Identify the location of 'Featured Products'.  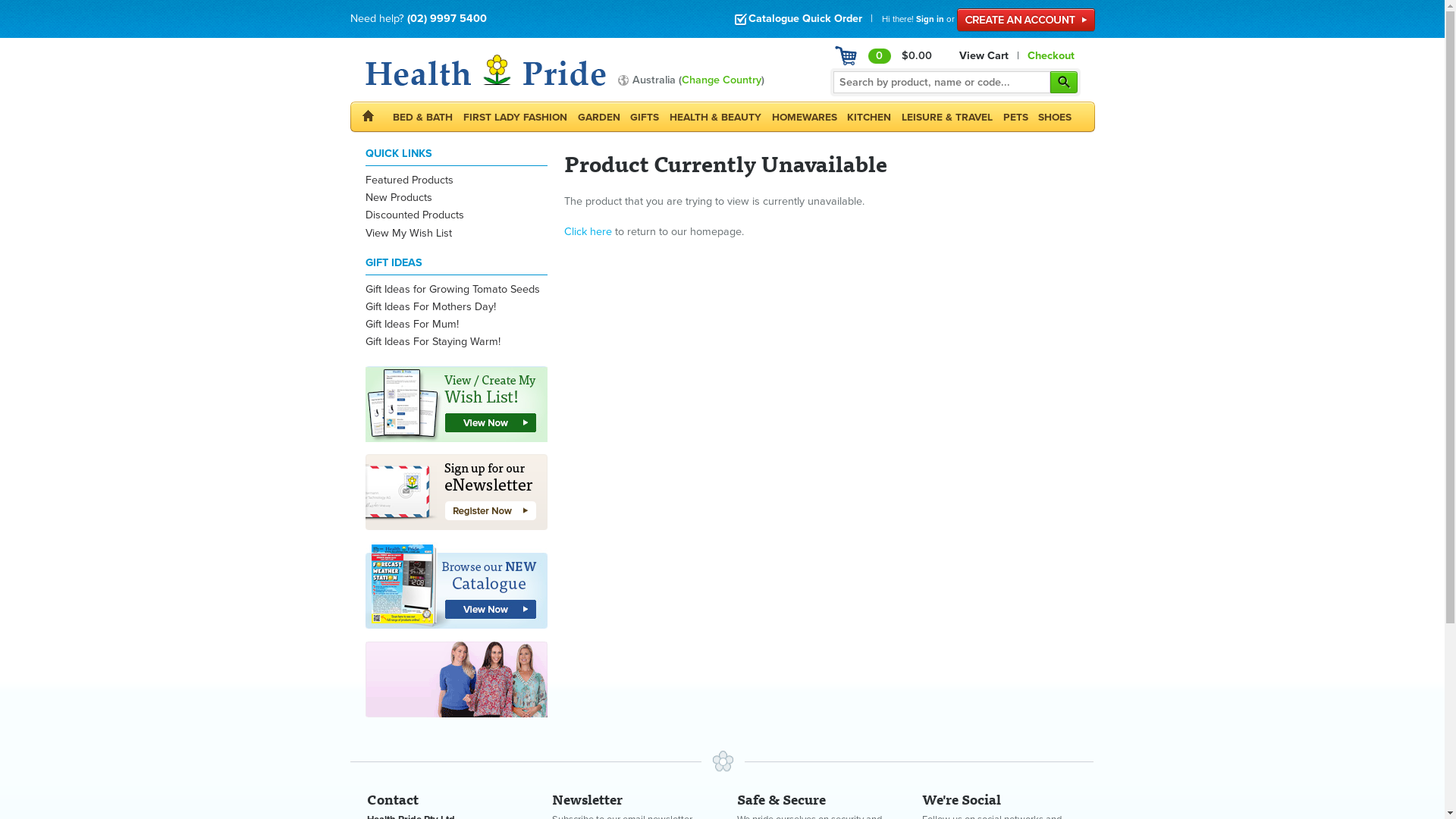
(409, 179).